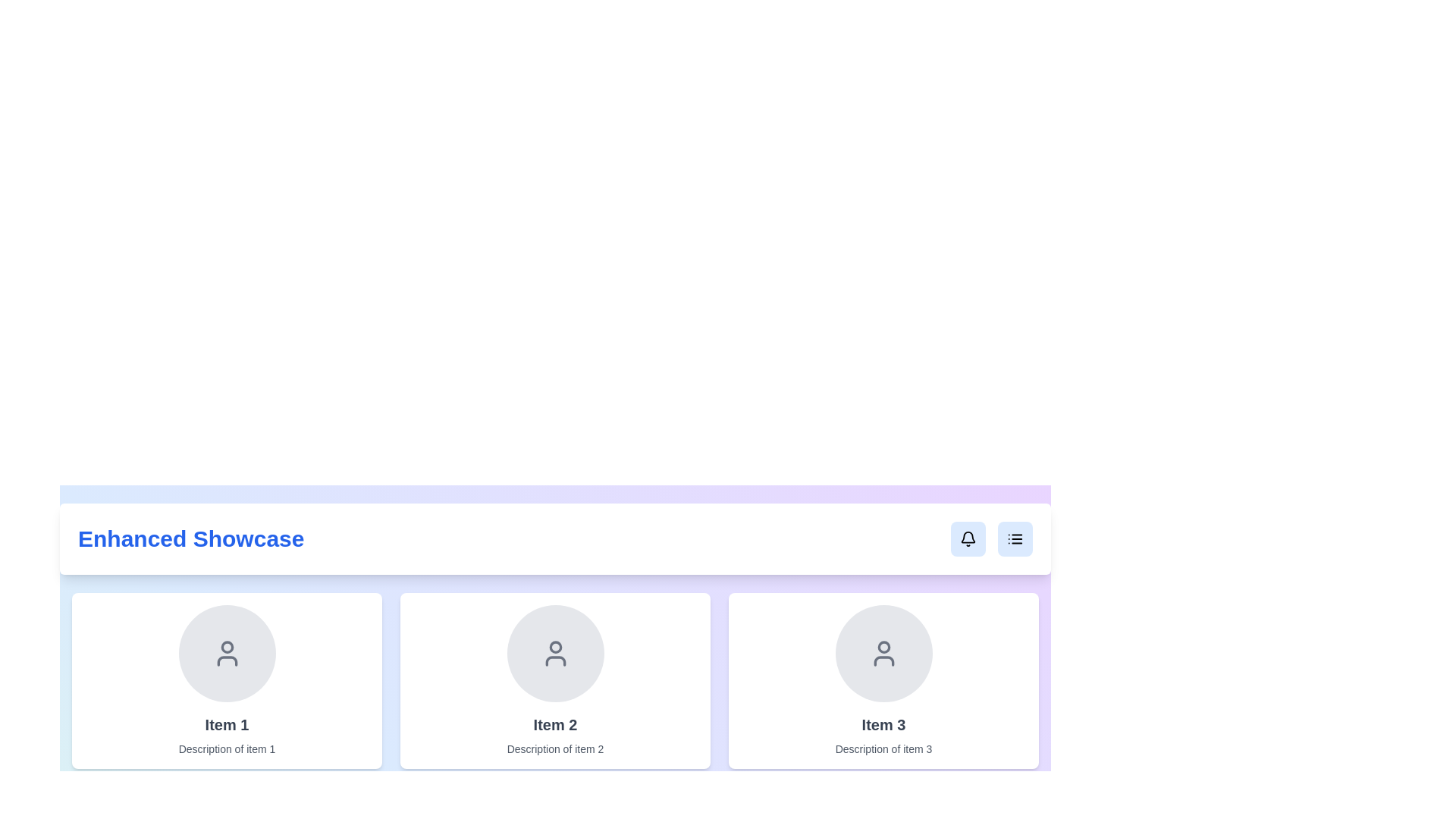 Image resolution: width=1456 pixels, height=819 pixels. I want to click on the Decorative user profile icon within a circular background located at the center top of the card labeled 'Item 1', so click(226, 652).